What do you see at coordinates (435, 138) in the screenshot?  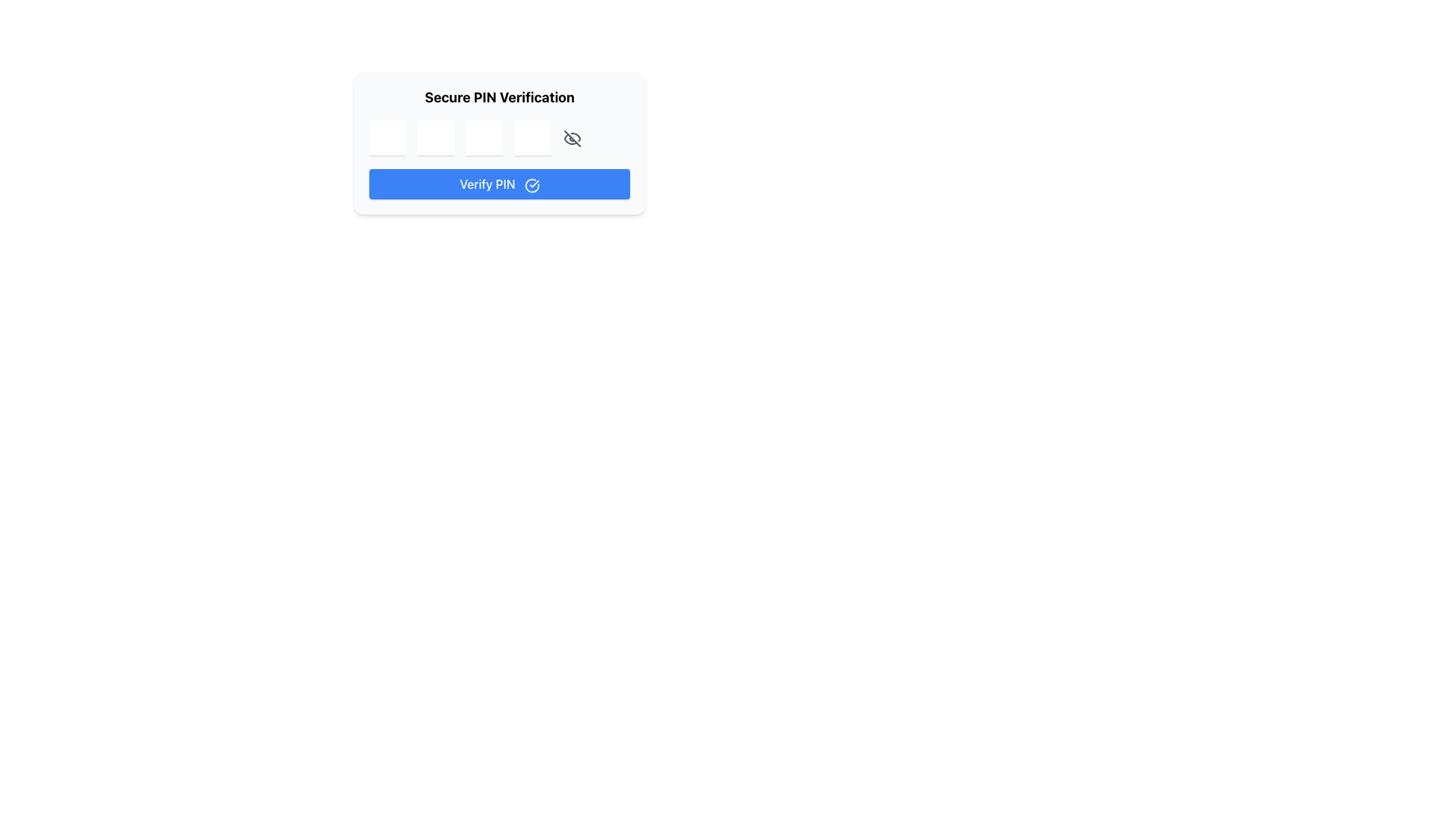 I see `the second input field within the 'Secure PIN Verification' section to focus on it` at bounding box center [435, 138].